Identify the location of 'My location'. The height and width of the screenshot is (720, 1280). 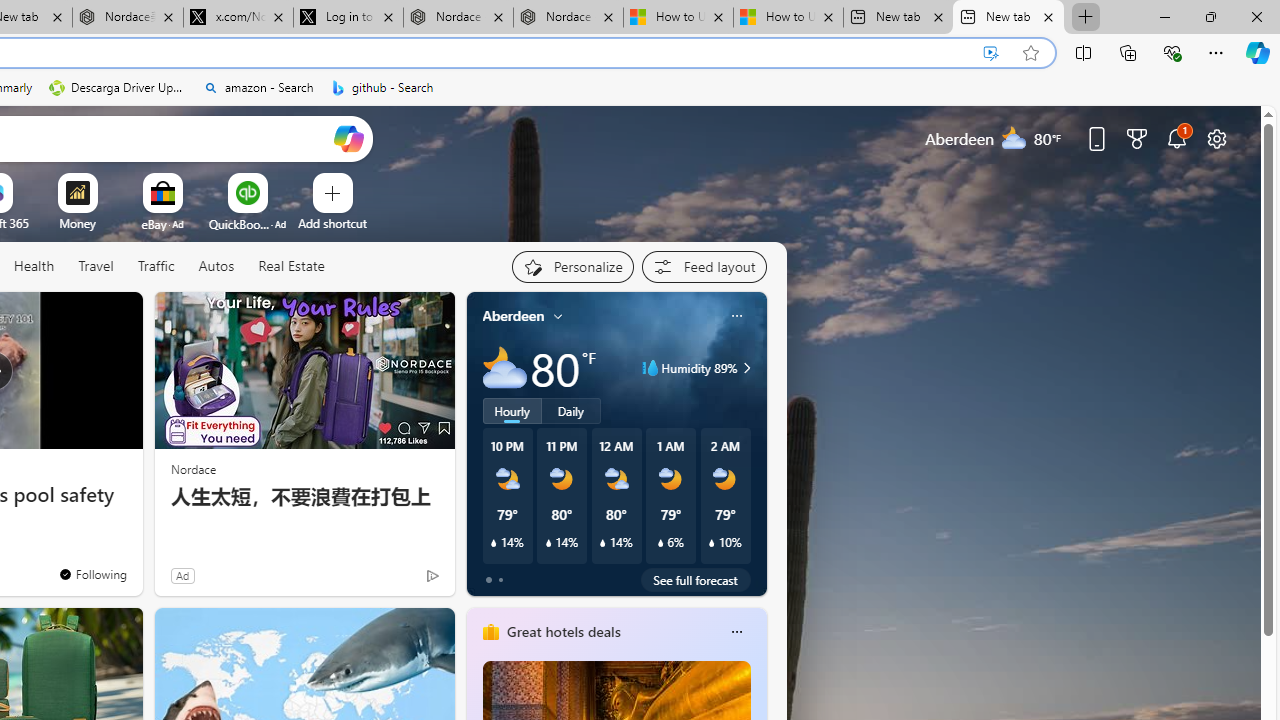
(558, 315).